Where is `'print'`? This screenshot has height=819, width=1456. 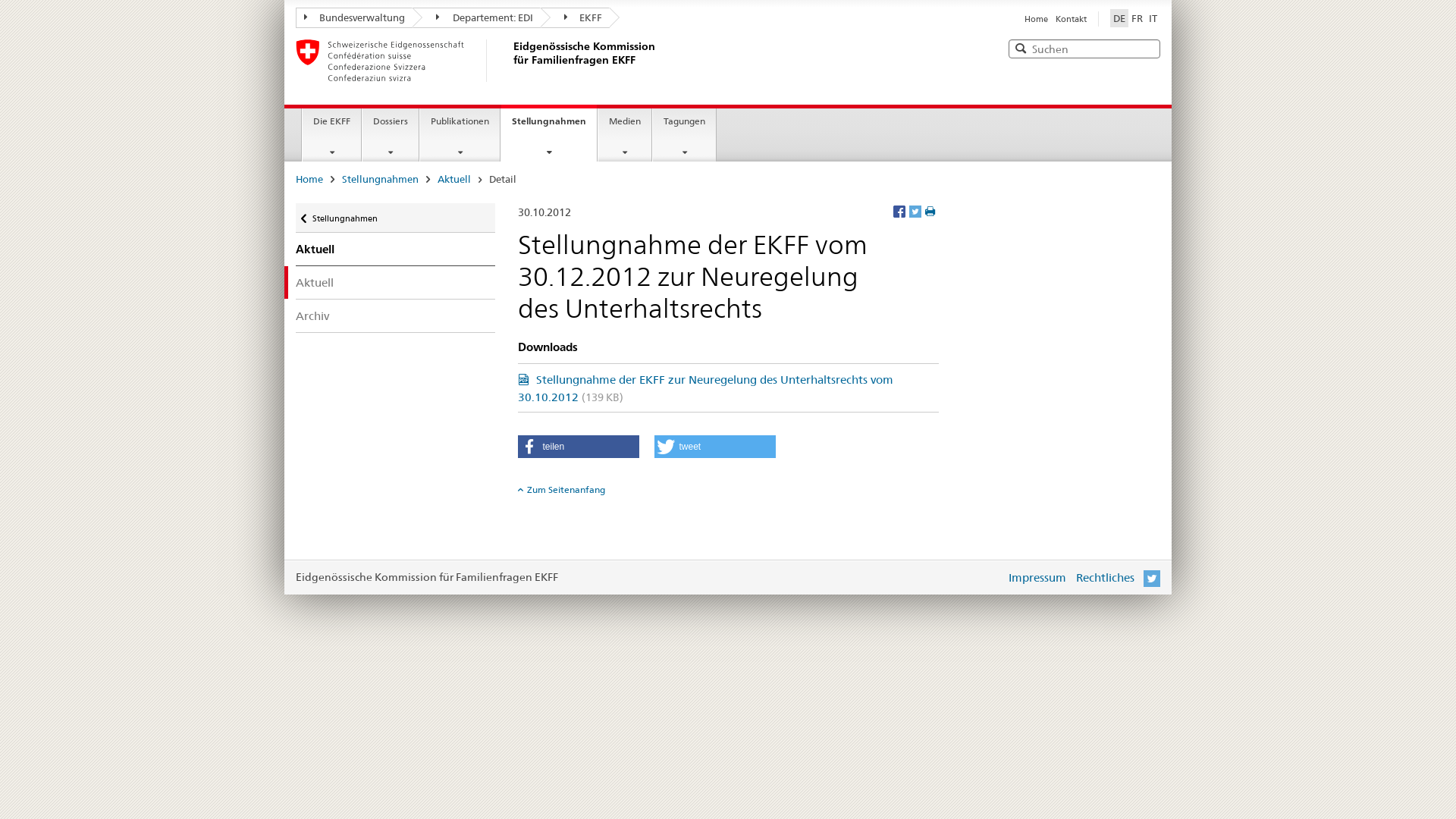
'print' is located at coordinates (924, 211).